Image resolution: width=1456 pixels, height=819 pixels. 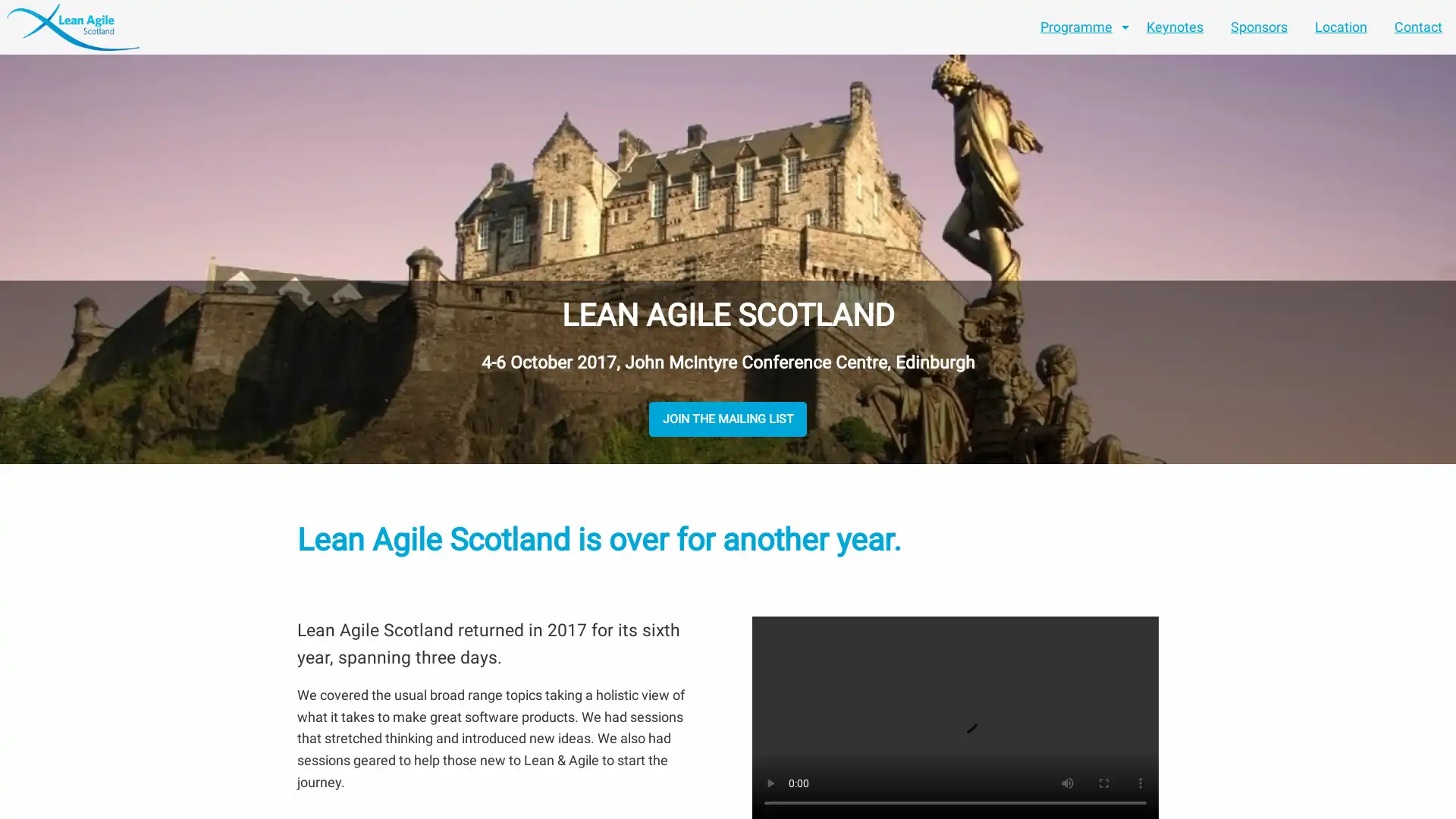 What do you see at coordinates (770, 783) in the screenshot?
I see `play` at bounding box center [770, 783].